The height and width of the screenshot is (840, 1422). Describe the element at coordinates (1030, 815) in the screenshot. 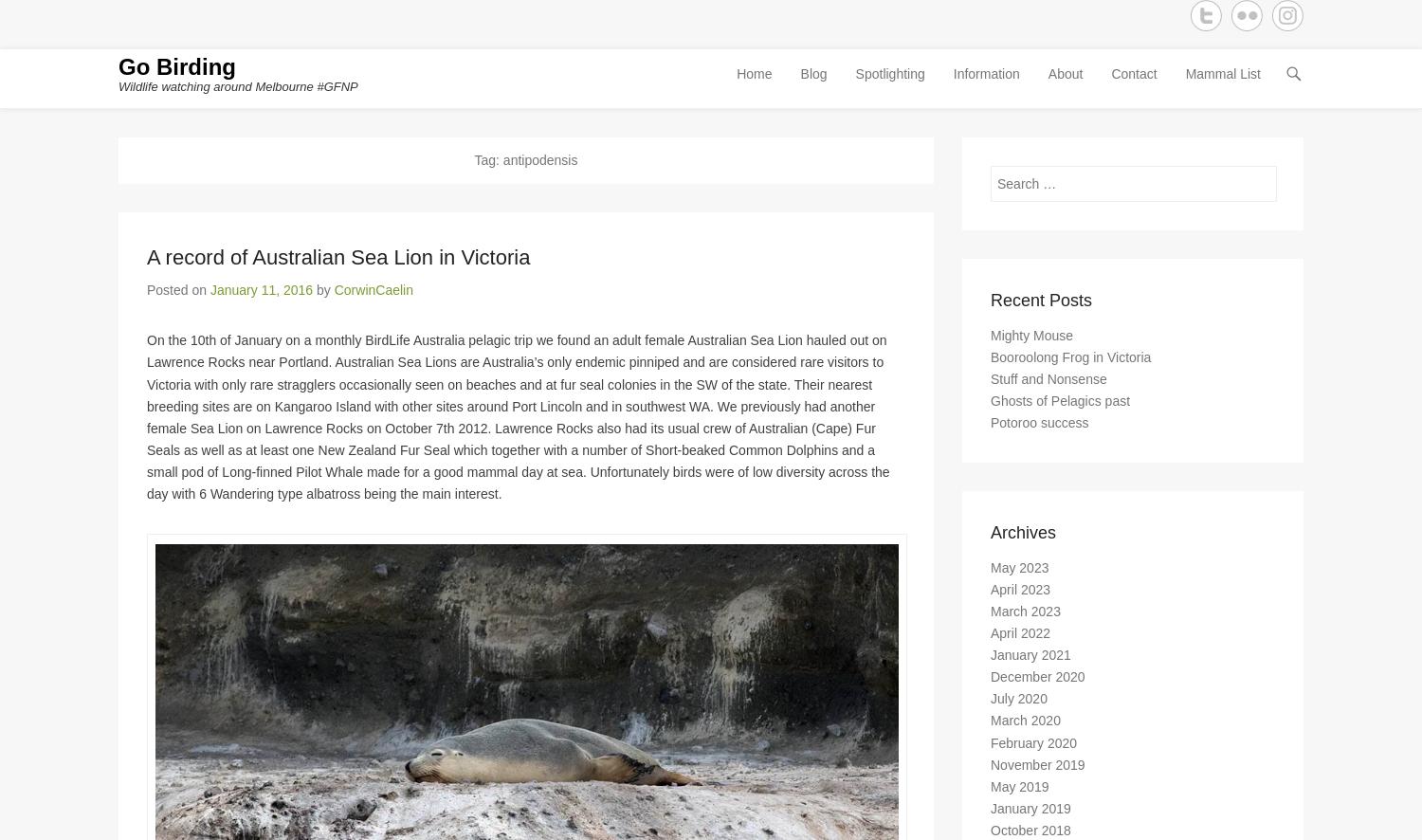

I see `'January 2019'` at that location.